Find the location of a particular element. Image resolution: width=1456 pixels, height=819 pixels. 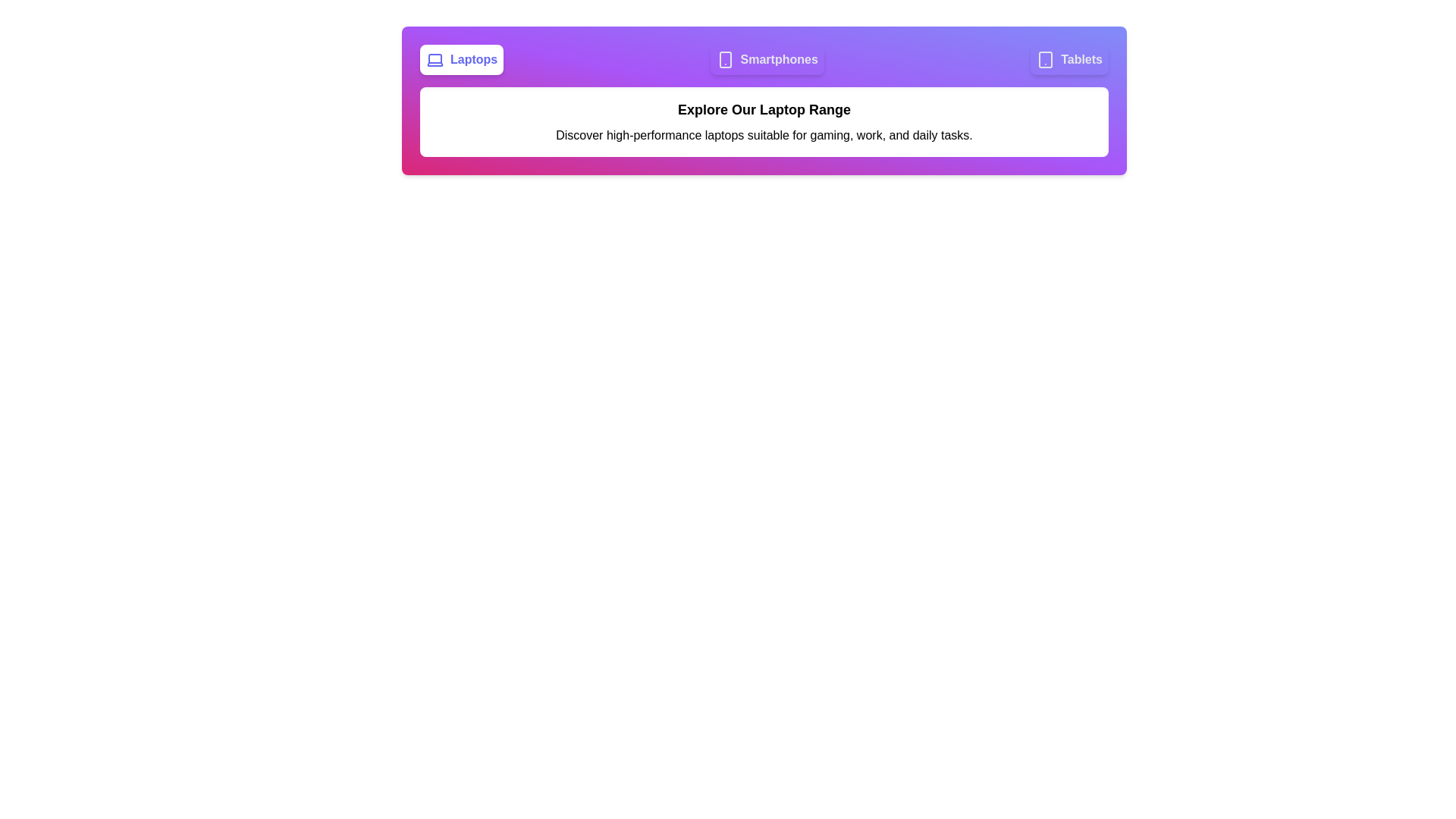

the tab corresponding to Smartphones is located at coordinates (767, 58).